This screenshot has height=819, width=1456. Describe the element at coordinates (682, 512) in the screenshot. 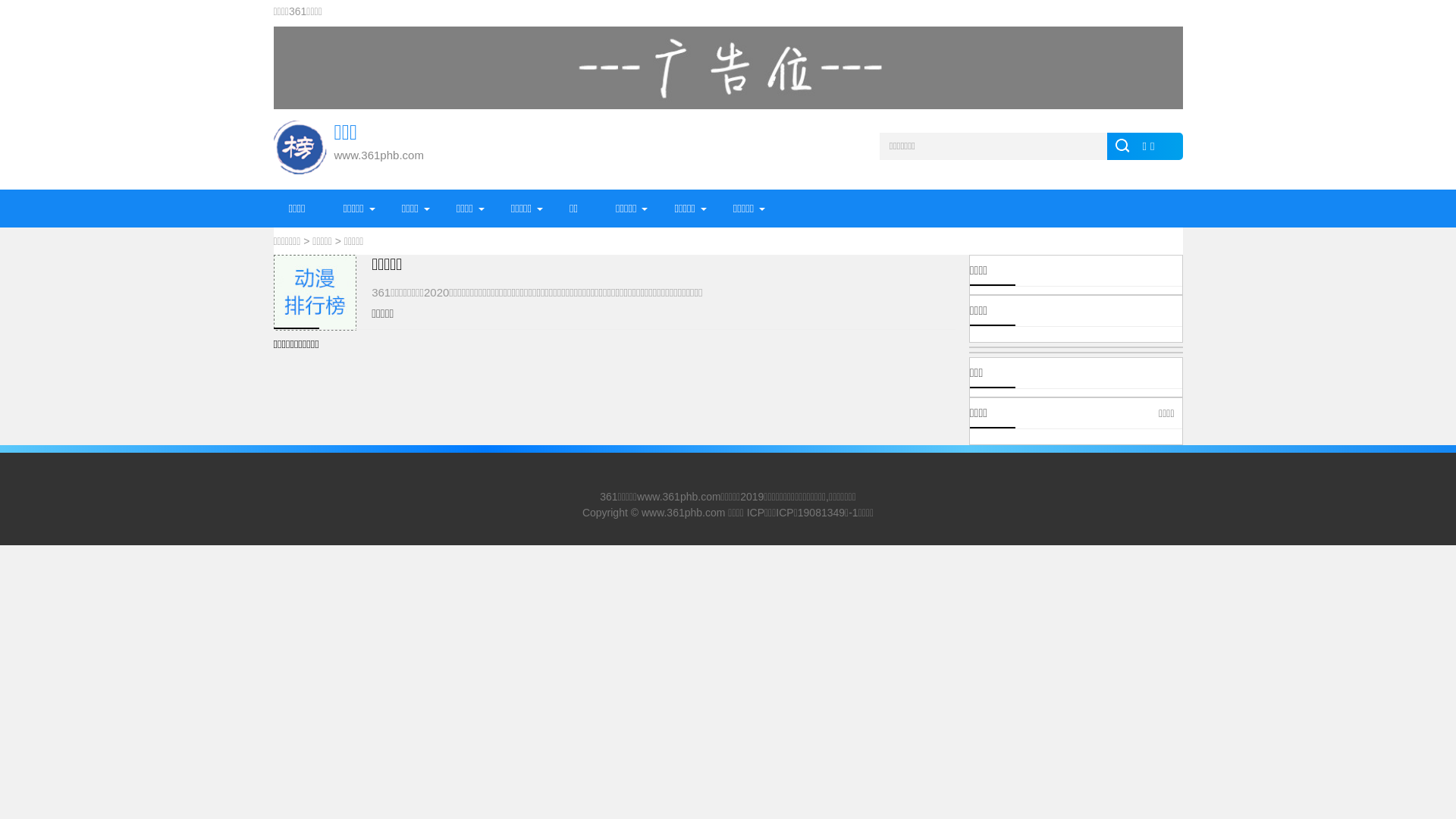

I see `'www.361phb.com'` at that location.